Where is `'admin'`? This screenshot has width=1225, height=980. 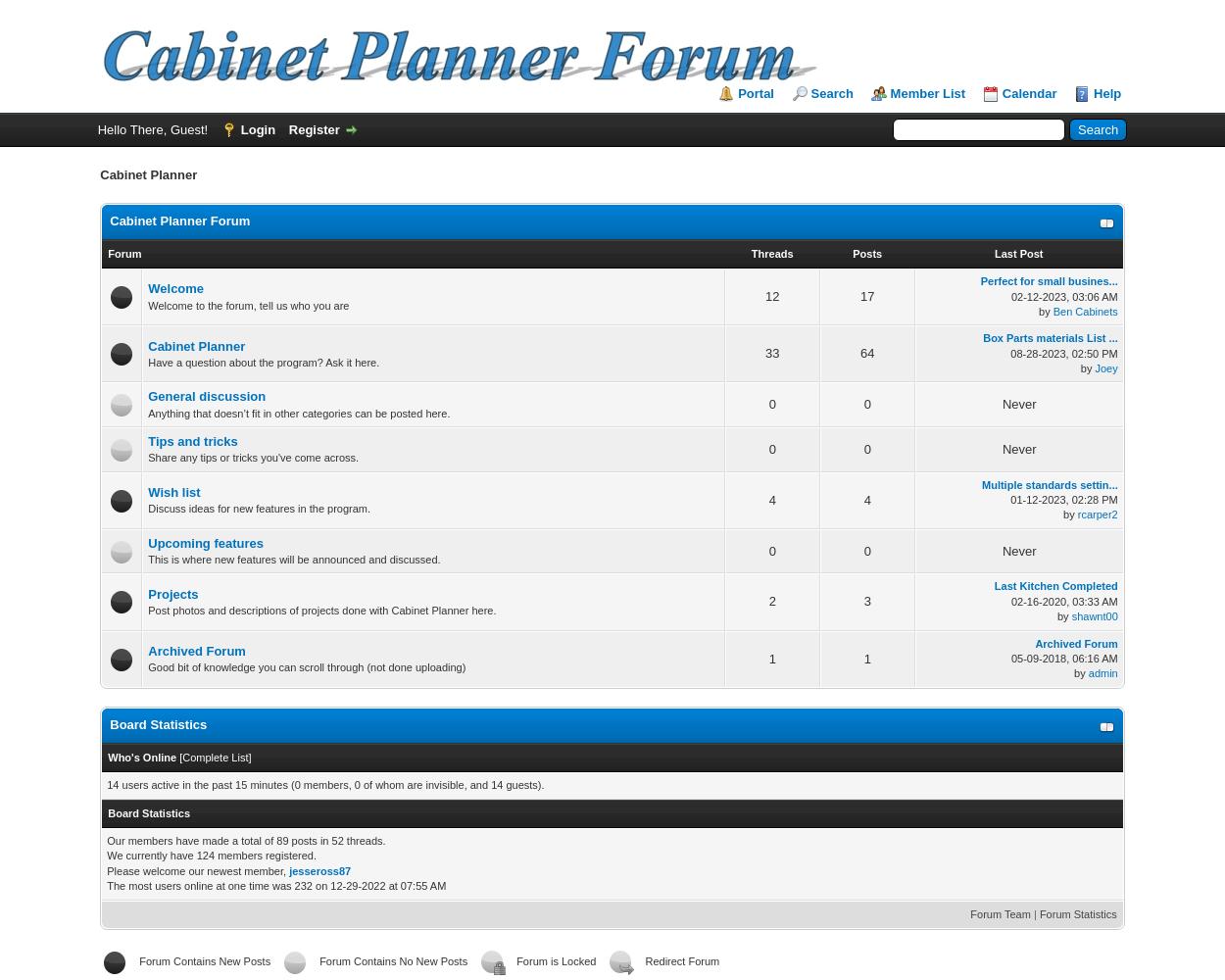 'admin' is located at coordinates (1102, 673).